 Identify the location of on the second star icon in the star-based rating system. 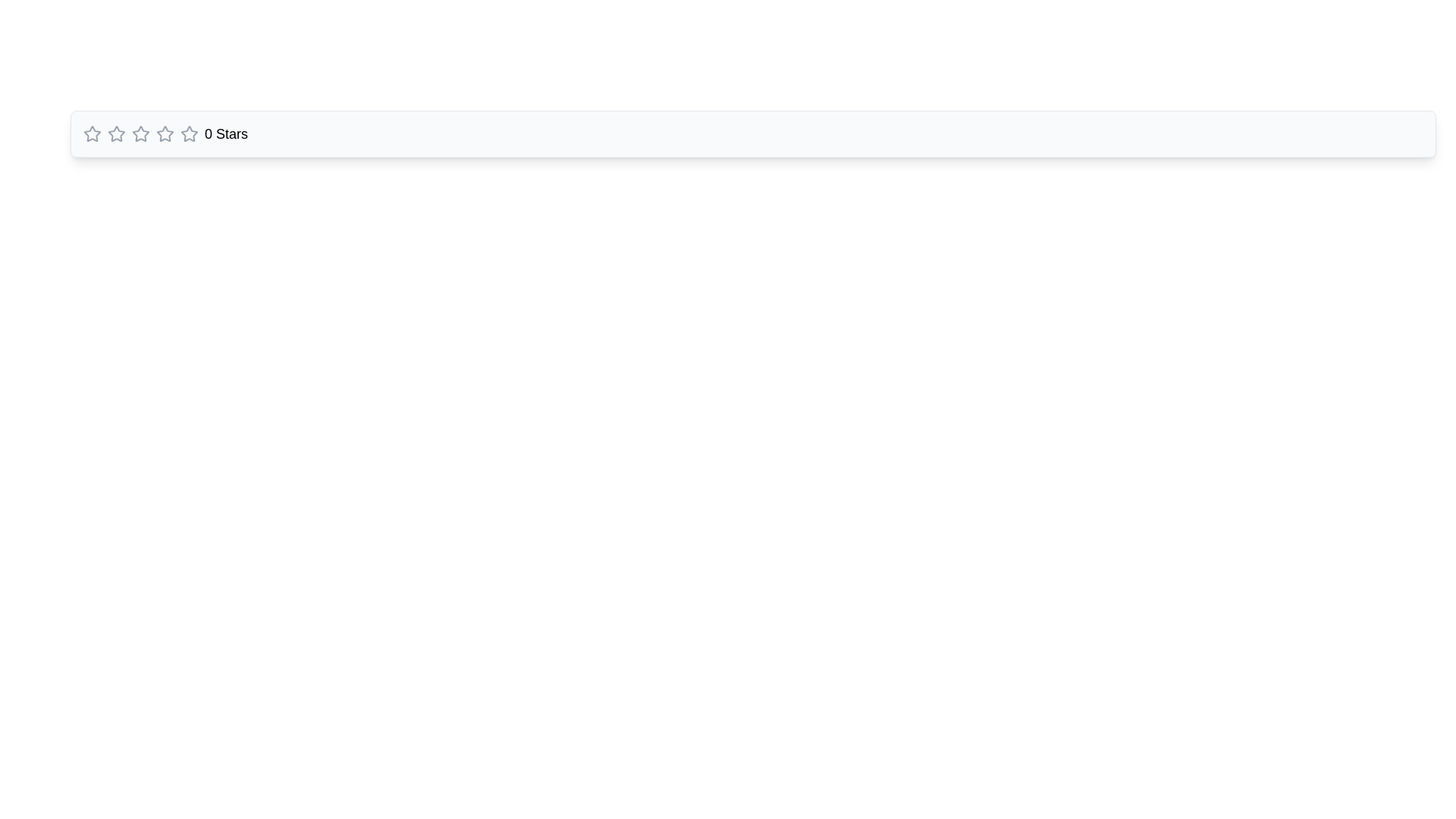
(188, 133).